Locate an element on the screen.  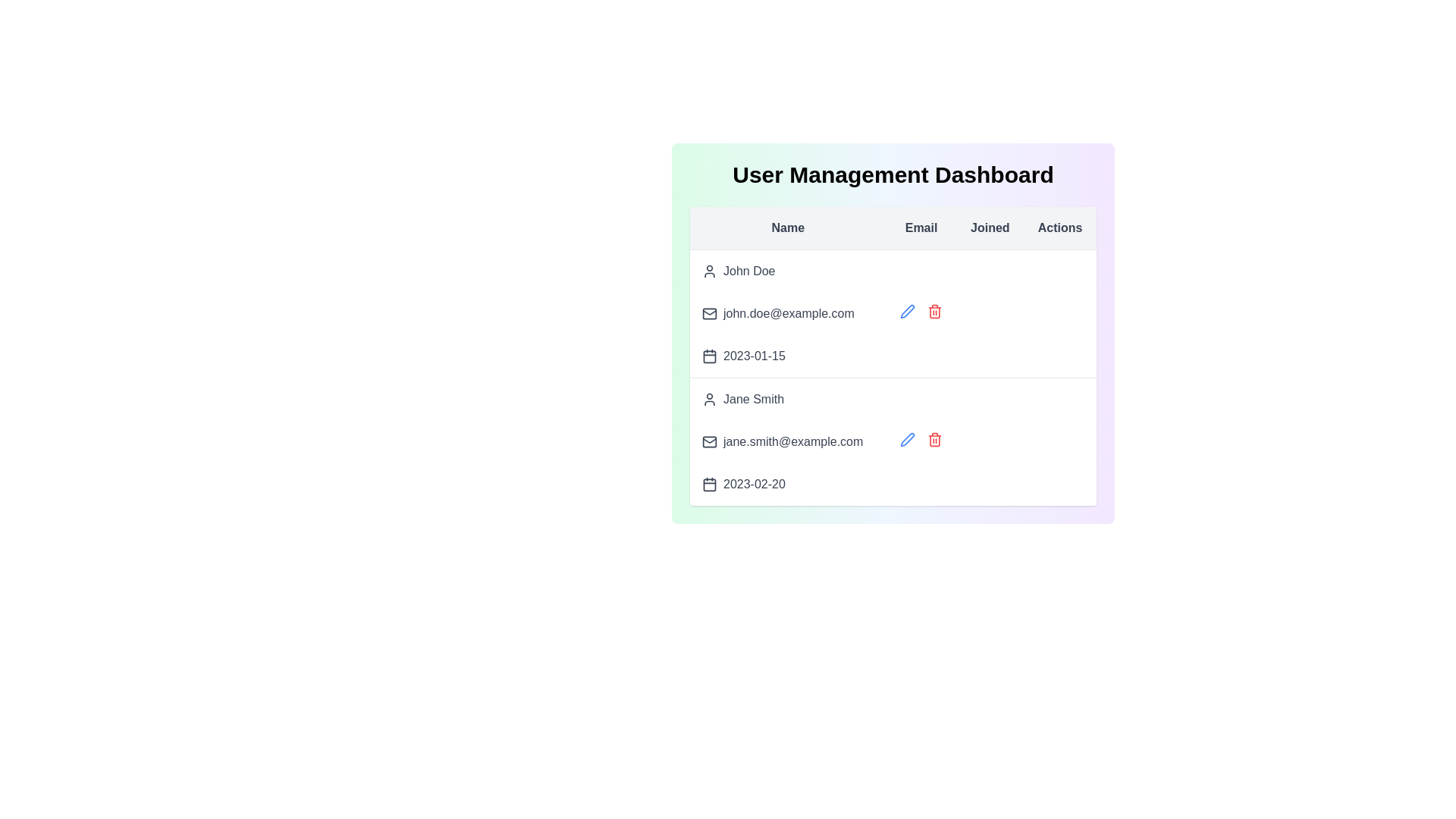
the User Management Dashboard header to verify its visibility and correctness is located at coordinates (893, 174).